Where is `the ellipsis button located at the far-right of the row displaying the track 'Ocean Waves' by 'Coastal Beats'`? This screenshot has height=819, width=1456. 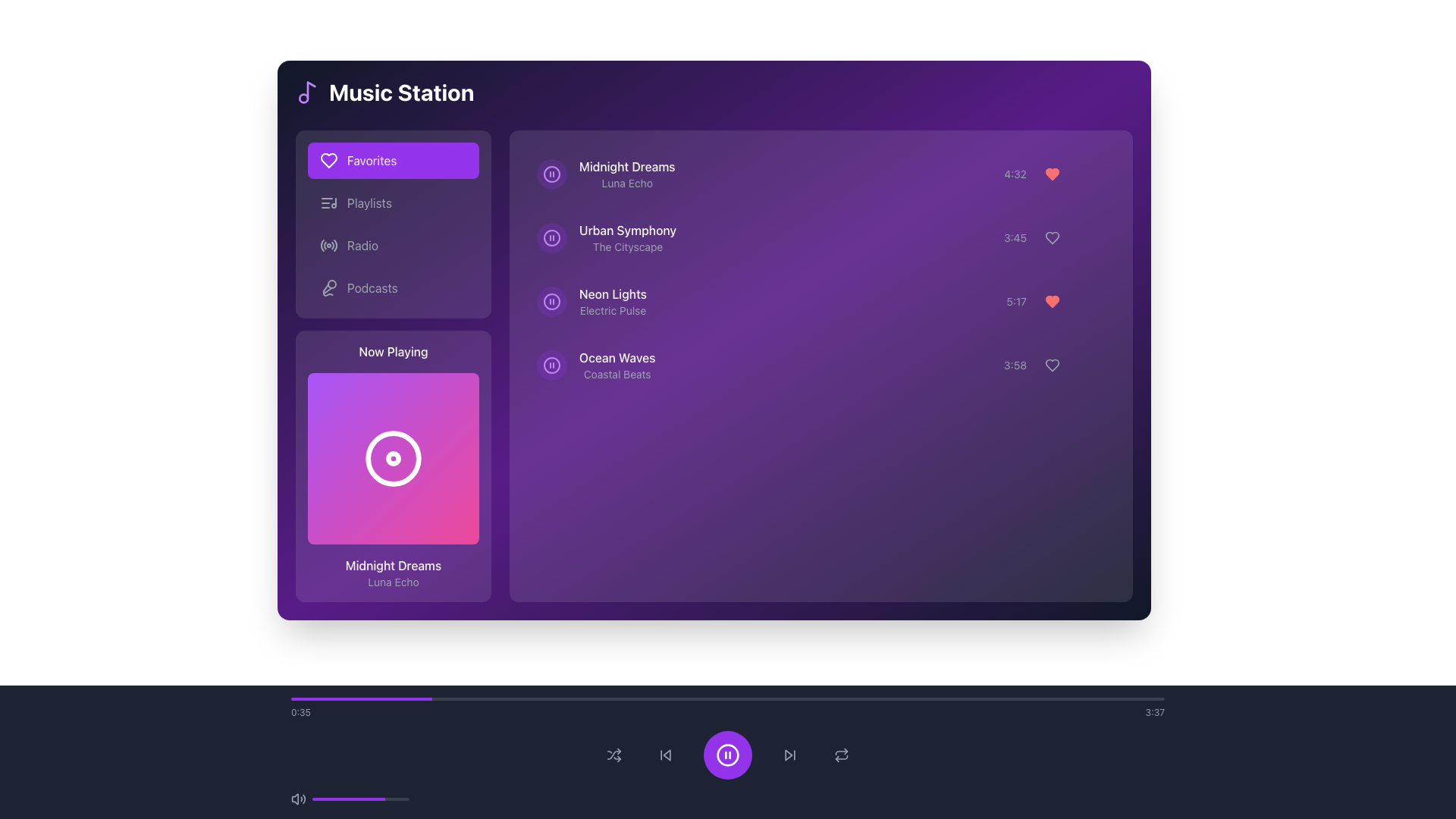 the ellipsis button located at the far-right of the row displaying the track 'Ocean Waves' by 'Coastal Beats' is located at coordinates (1092, 366).